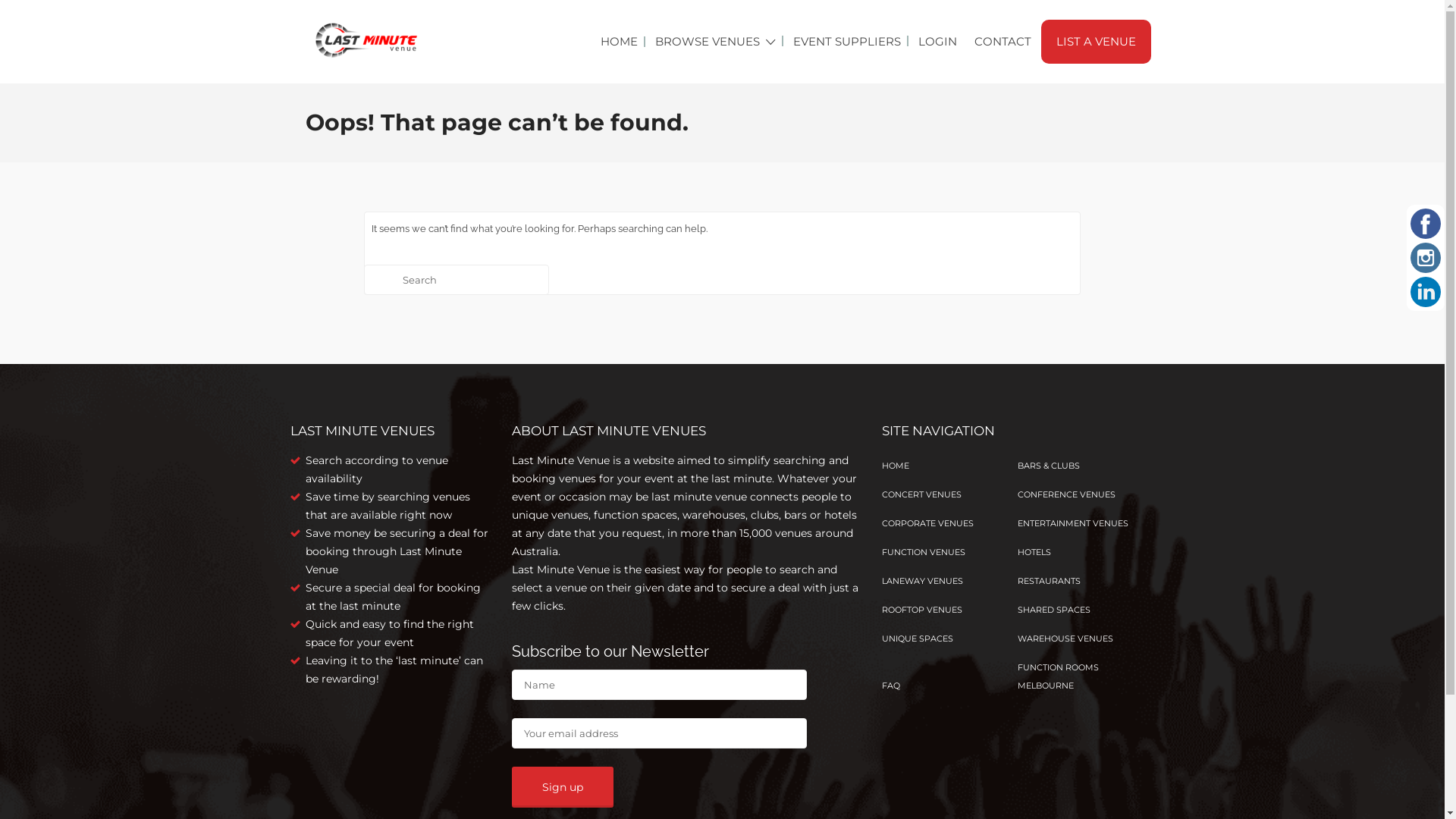  I want to click on 'CONCERT VENUES', so click(880, 494).